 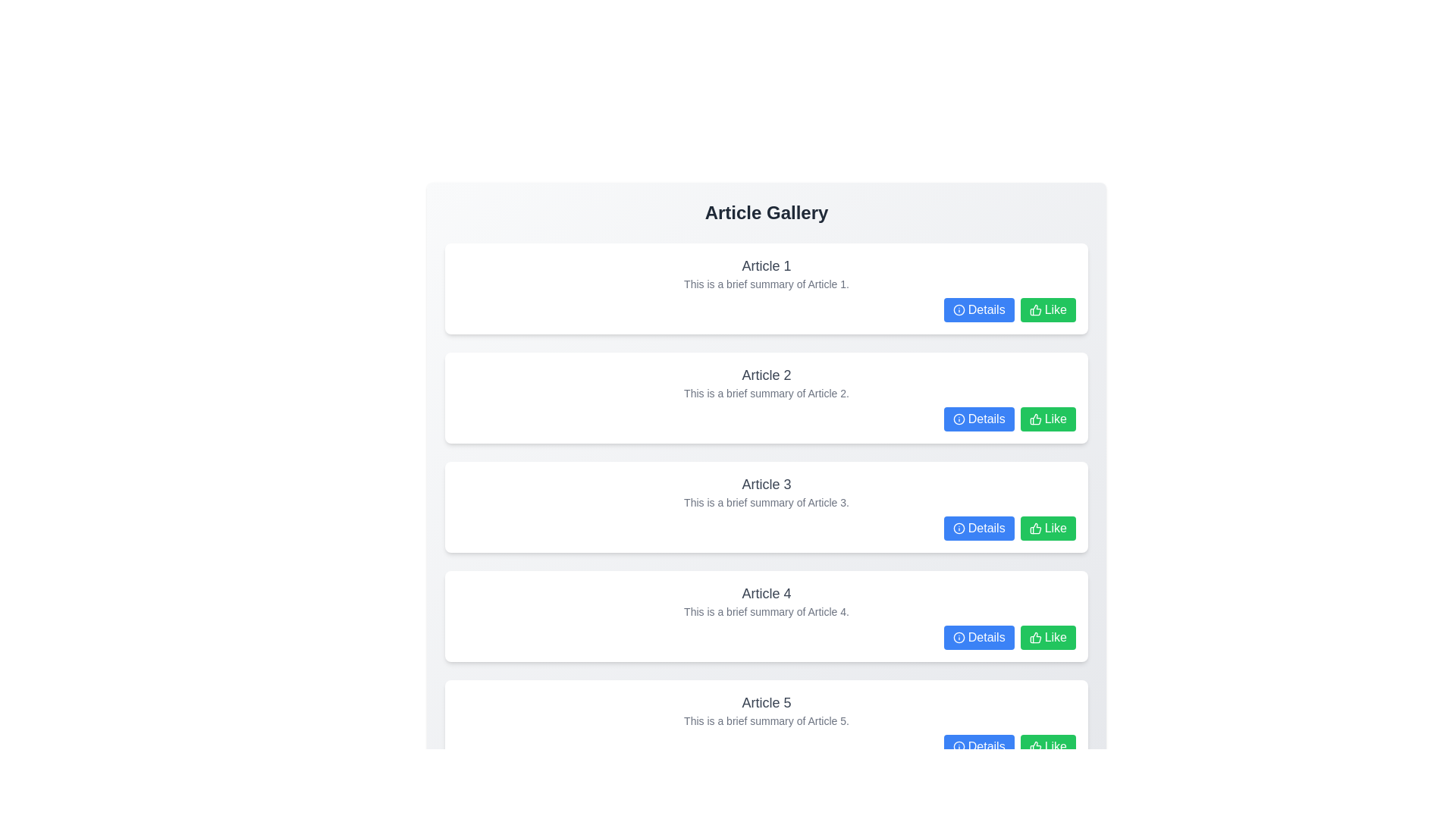 I want to click on the title 'Article 4' or the summary text, so click(x=767, y=601).